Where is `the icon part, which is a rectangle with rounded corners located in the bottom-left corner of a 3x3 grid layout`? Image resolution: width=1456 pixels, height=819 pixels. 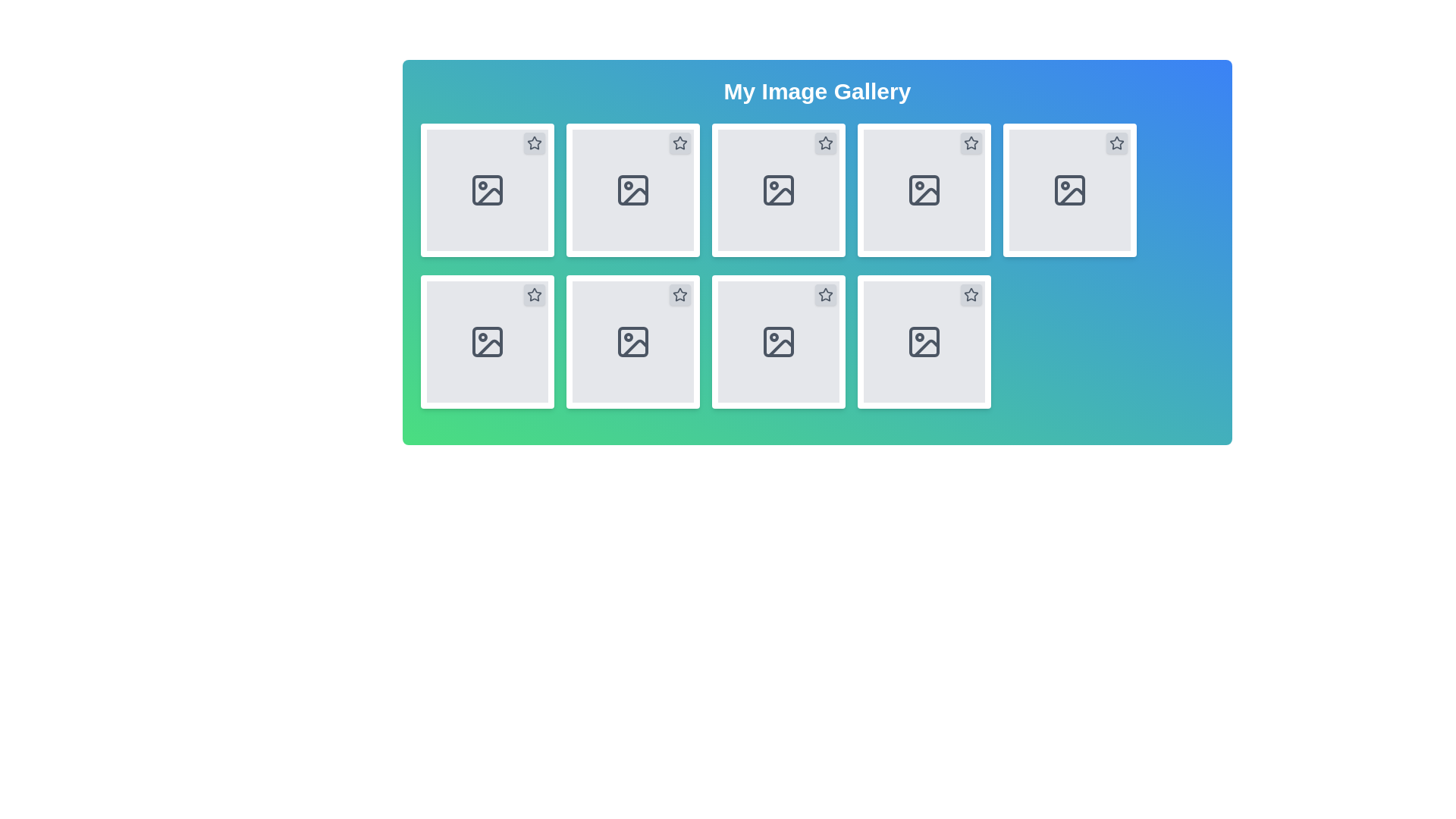
the icon part, which is a rectangle with rounded corners located in the bottom-left corner of a 3x3 grid layout is located at coordinates (488, 342).